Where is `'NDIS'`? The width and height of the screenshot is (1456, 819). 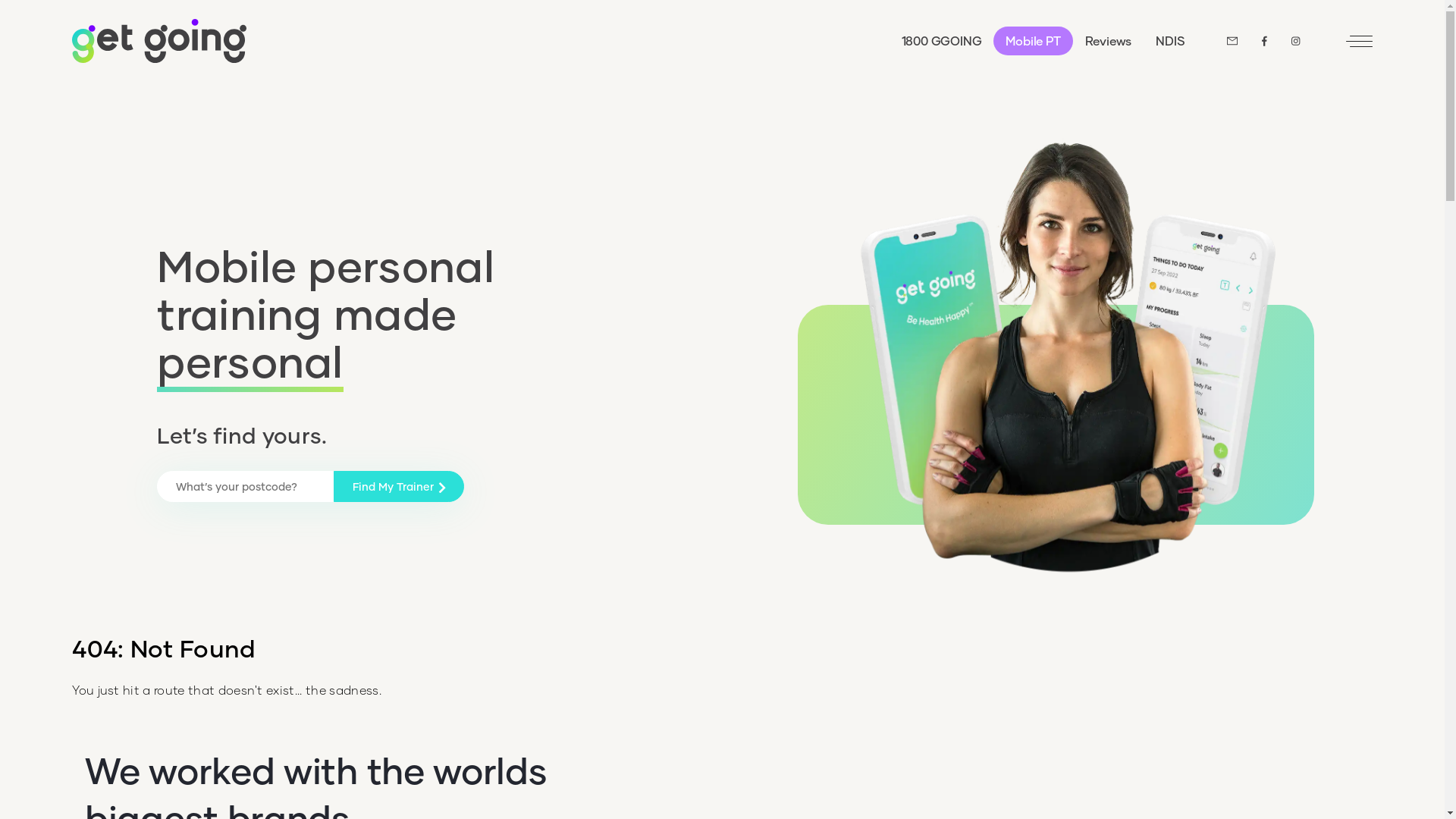
'NDIS' is located at coordinates (1143, 40).